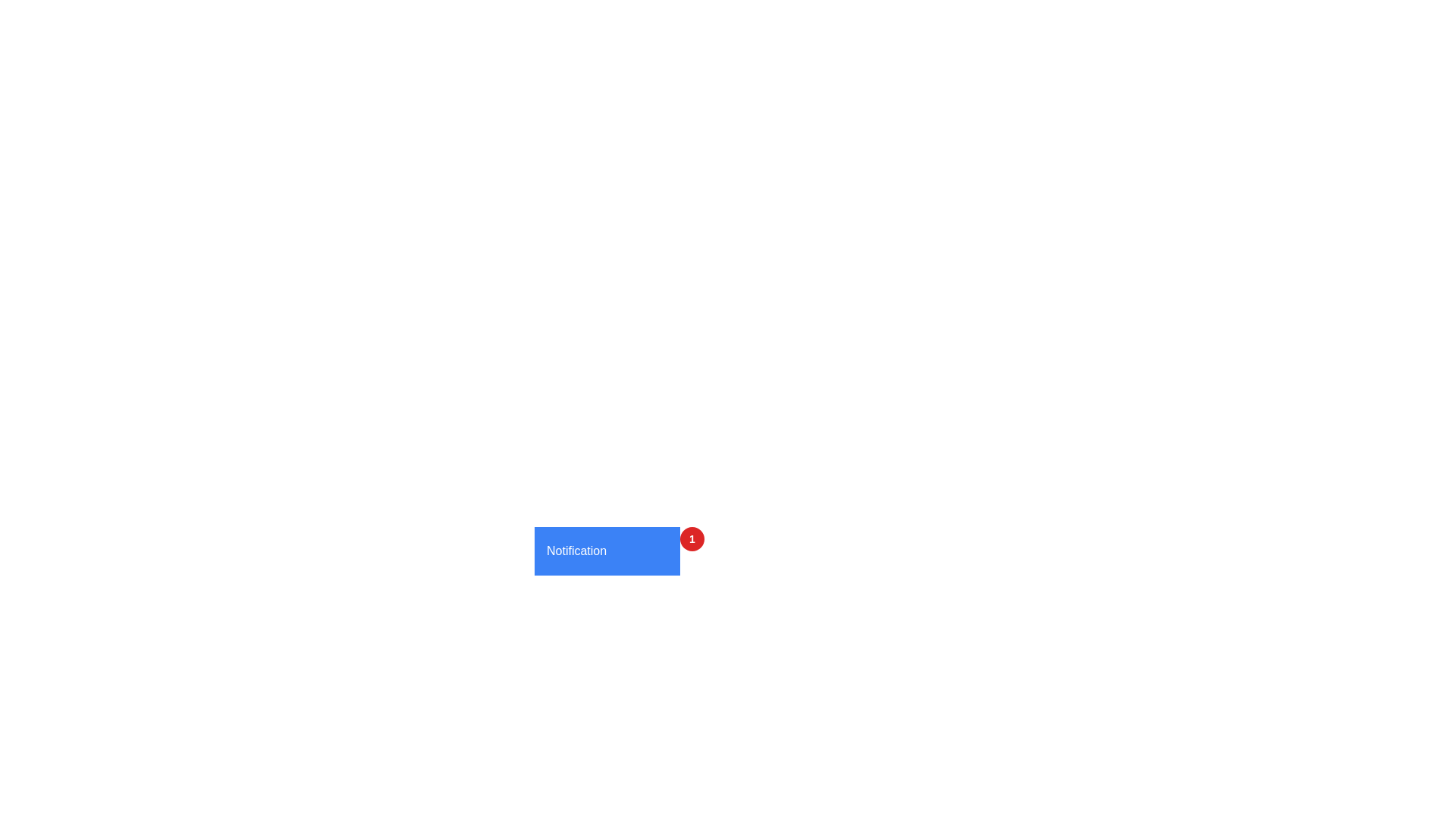  Describe the element at coordinates (576, 551) in the screenshot. I see `the 'Notification' label, which is part of a blue rectangular area with white text and a red circular badge displaying the number '1'` at that location.